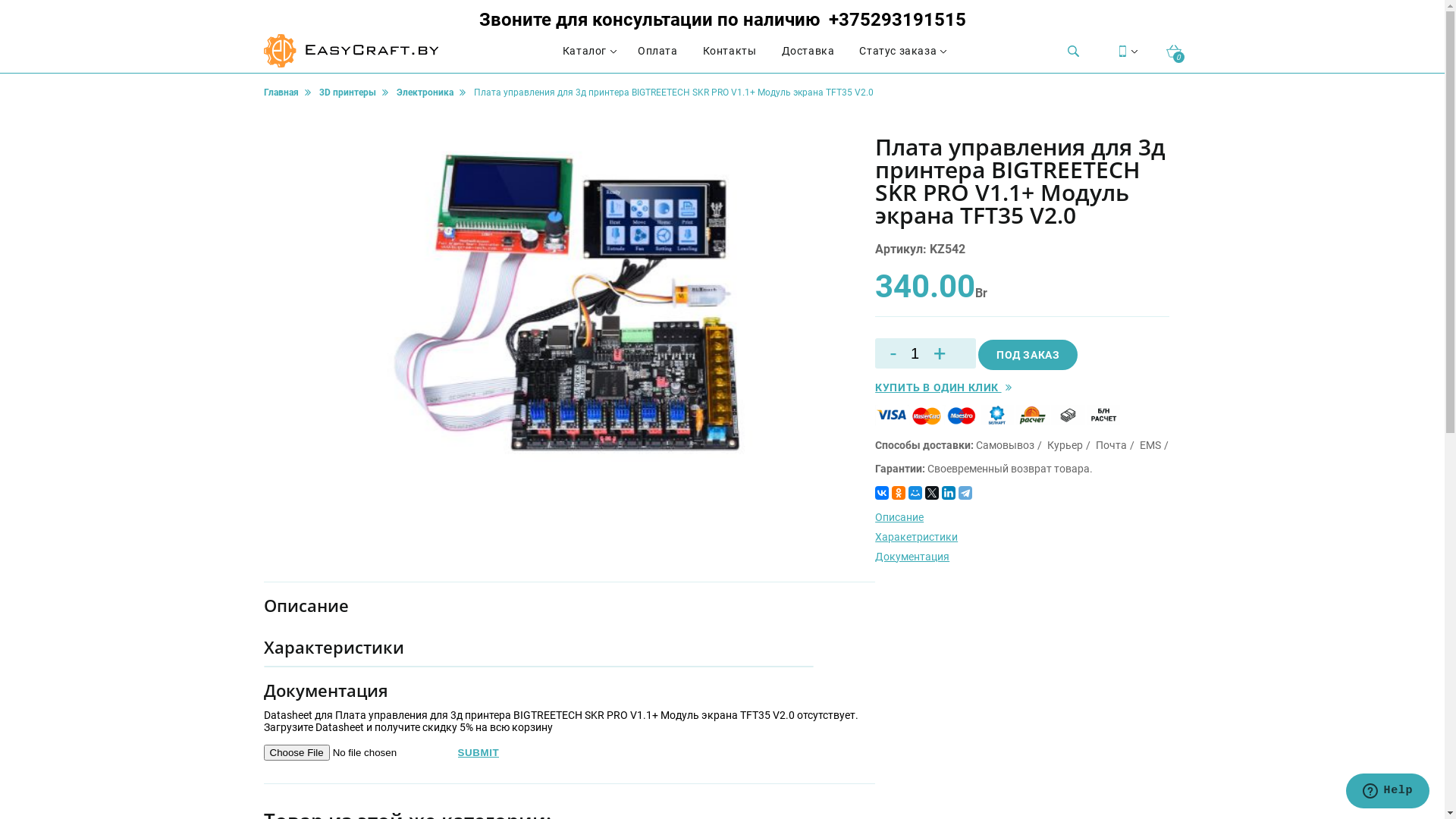 Image resolution: width=1456 pixels, height=819 pixels. I want to click on 'Telegram', so click(964, 493).